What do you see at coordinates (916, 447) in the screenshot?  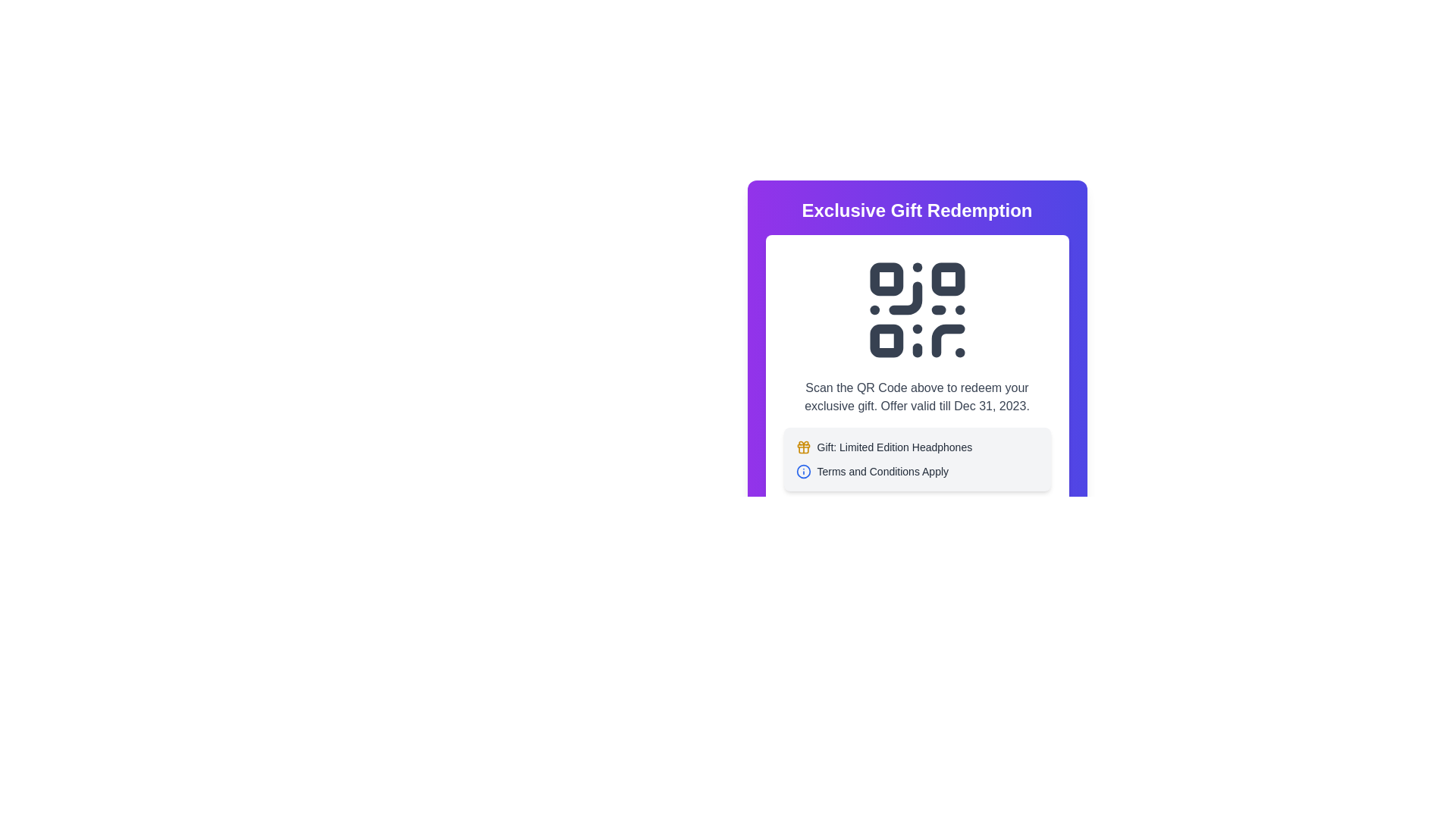 I see `the 'Limited Edition Headphones' promotional Text with Icon located at the top-left of the promotional content box, specifically to engage with adjacent components` at bounding box center [916, 447].